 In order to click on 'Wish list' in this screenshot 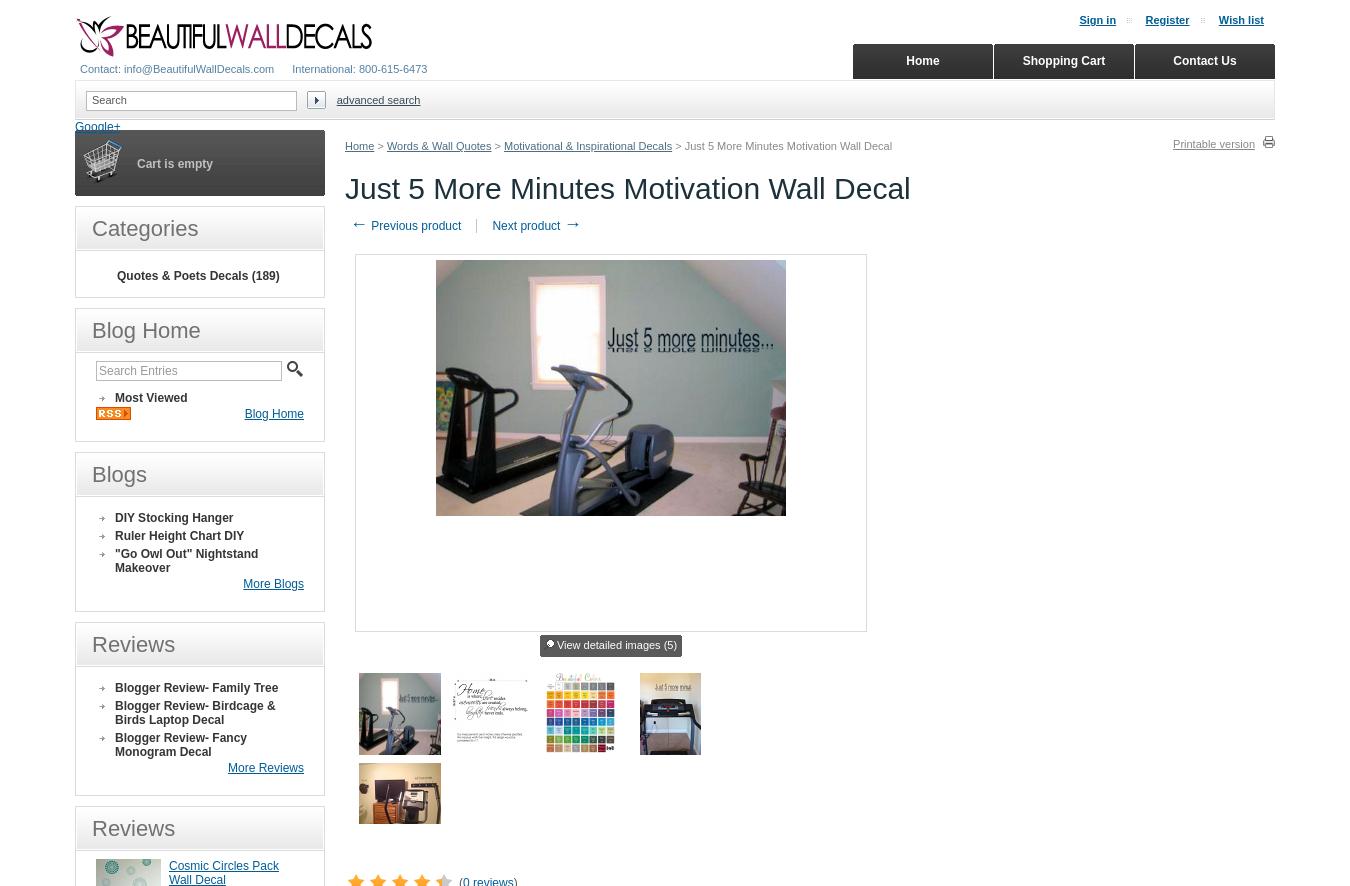, I will do `click(1241, 20)`.